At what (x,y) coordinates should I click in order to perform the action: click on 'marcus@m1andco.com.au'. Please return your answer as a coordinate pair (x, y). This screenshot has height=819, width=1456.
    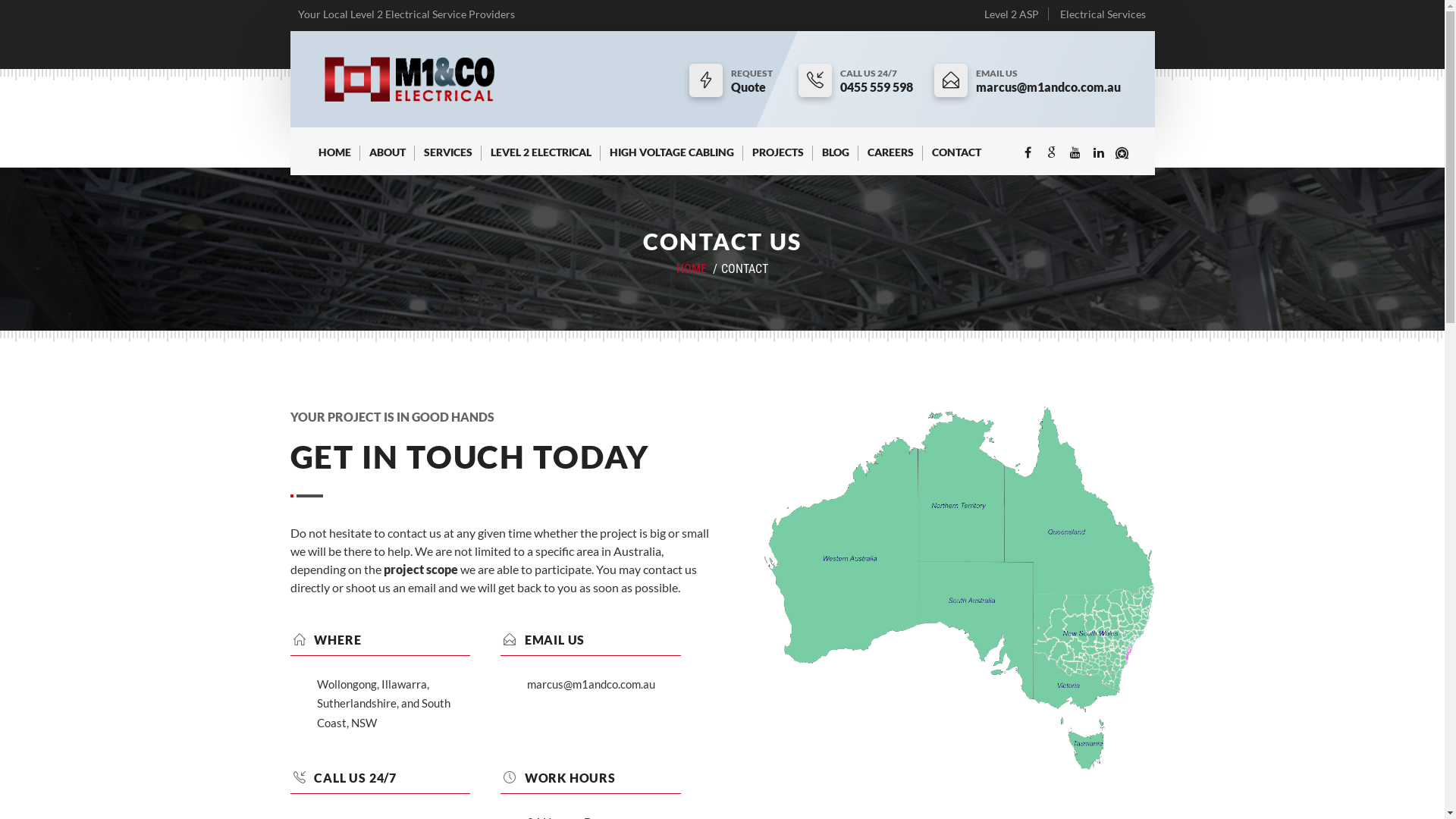
    Looking at the image, I should click on (1046, 87).